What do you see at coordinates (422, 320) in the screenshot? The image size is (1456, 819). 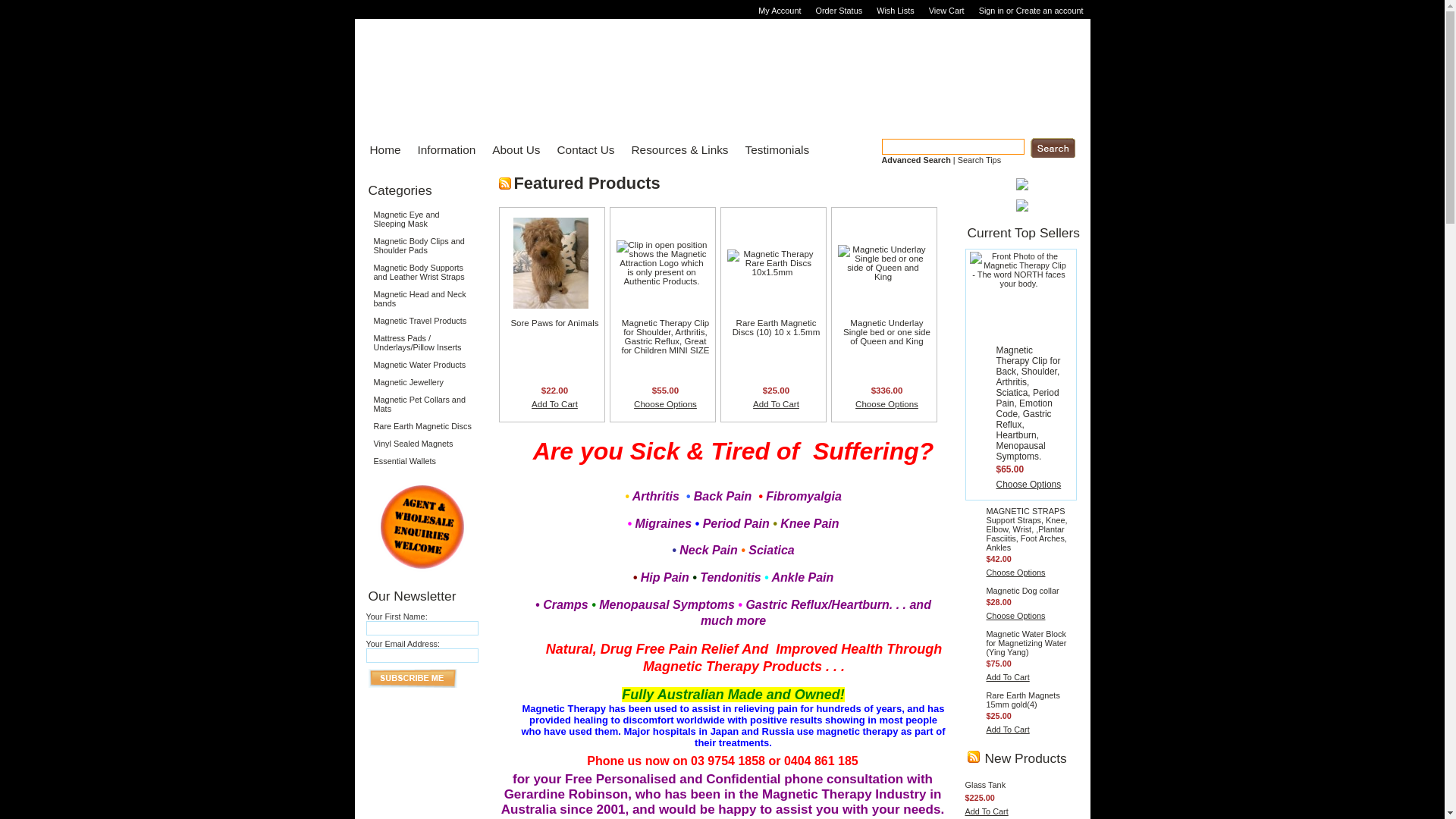 I see `'Magnetic Travel Products'` at bounding box center [422, 320].